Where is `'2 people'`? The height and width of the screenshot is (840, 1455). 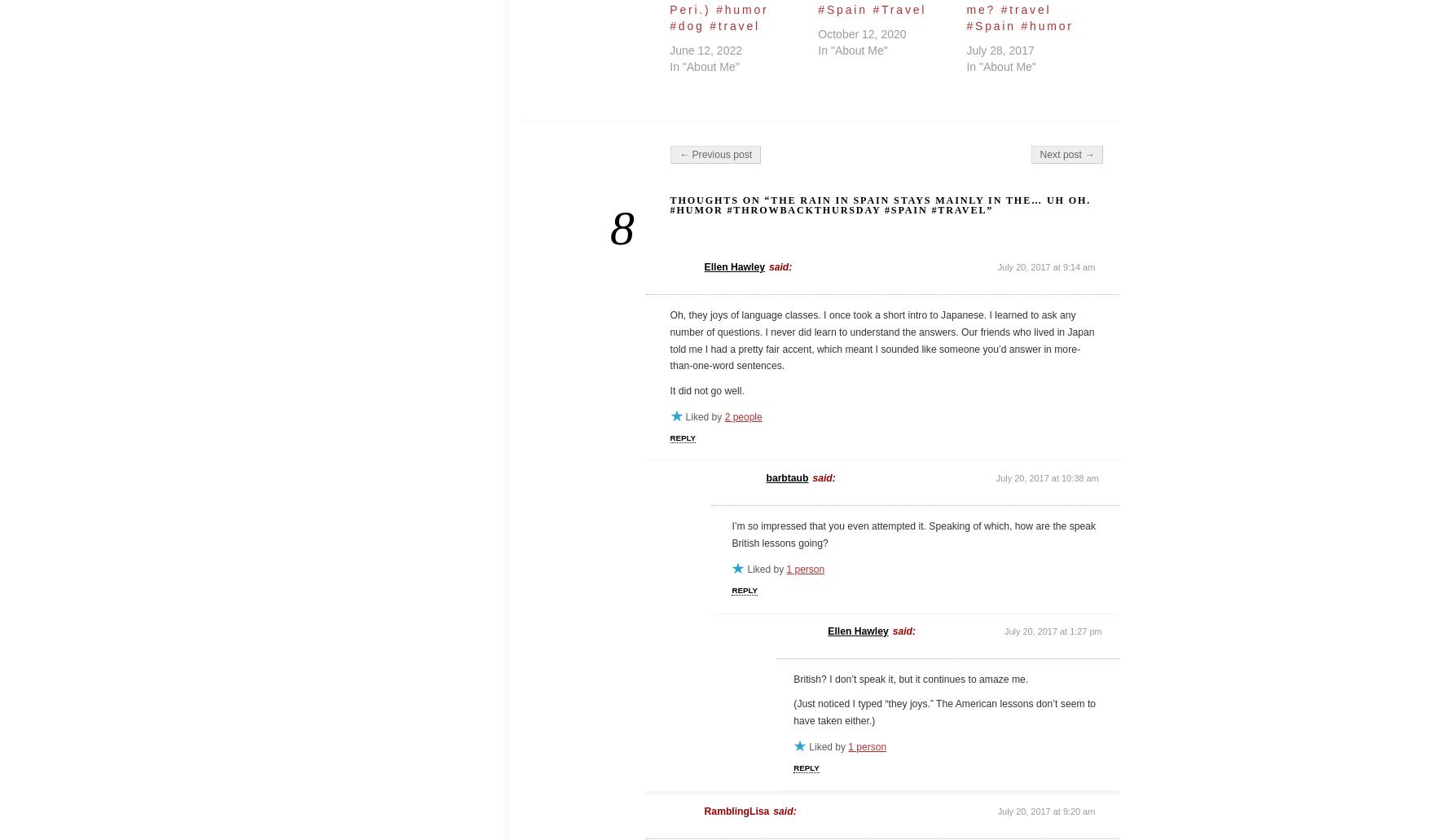 '2 people' is located at coordinates (742, 416).